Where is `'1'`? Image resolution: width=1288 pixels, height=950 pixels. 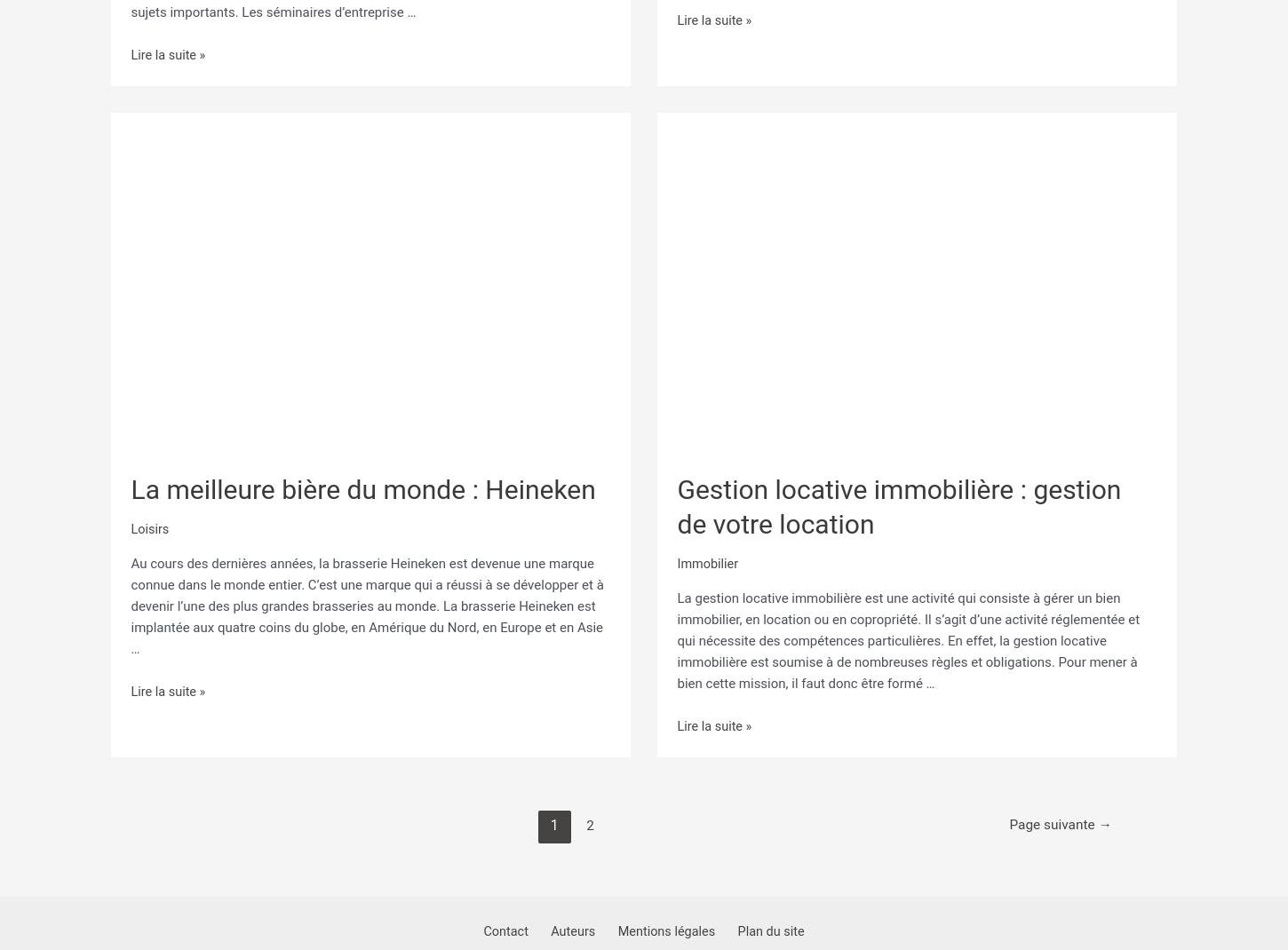
'1' is located at coordinates (550, 816).